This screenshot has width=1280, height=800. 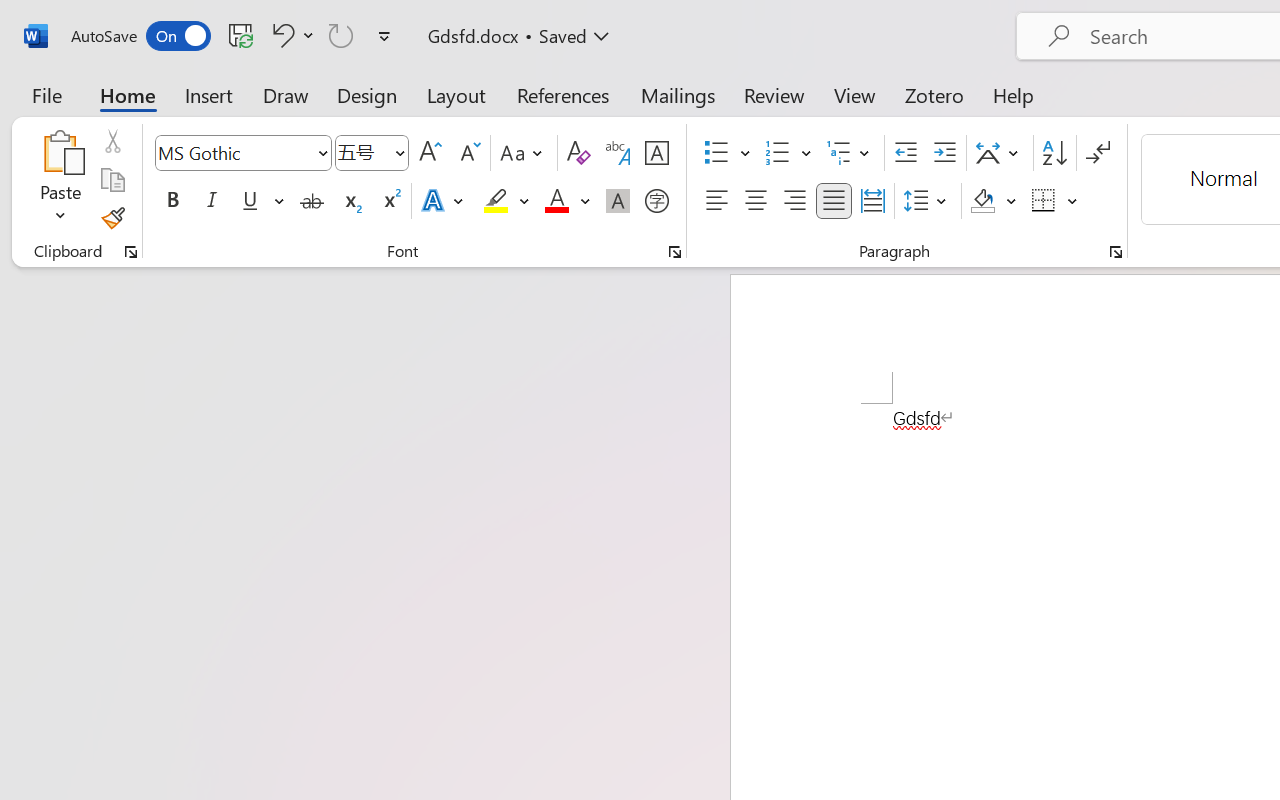 I want to click on 'Character Border', so click(x=656, y=153).